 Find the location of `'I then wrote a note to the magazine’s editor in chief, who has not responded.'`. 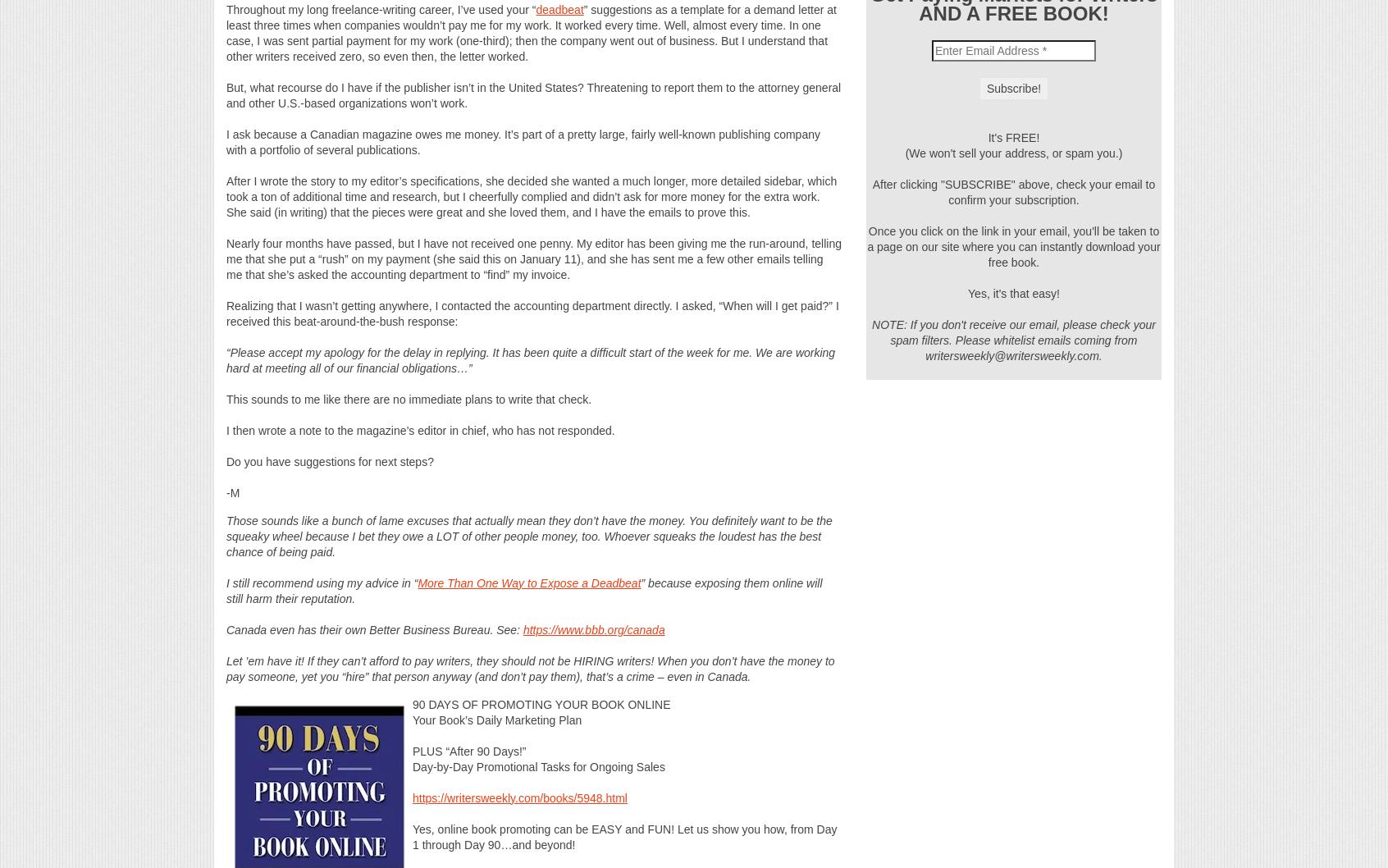

'I then wrote a note to the magazine’s editor in chief, who has not responded.' is located at coordinates (420, 429).